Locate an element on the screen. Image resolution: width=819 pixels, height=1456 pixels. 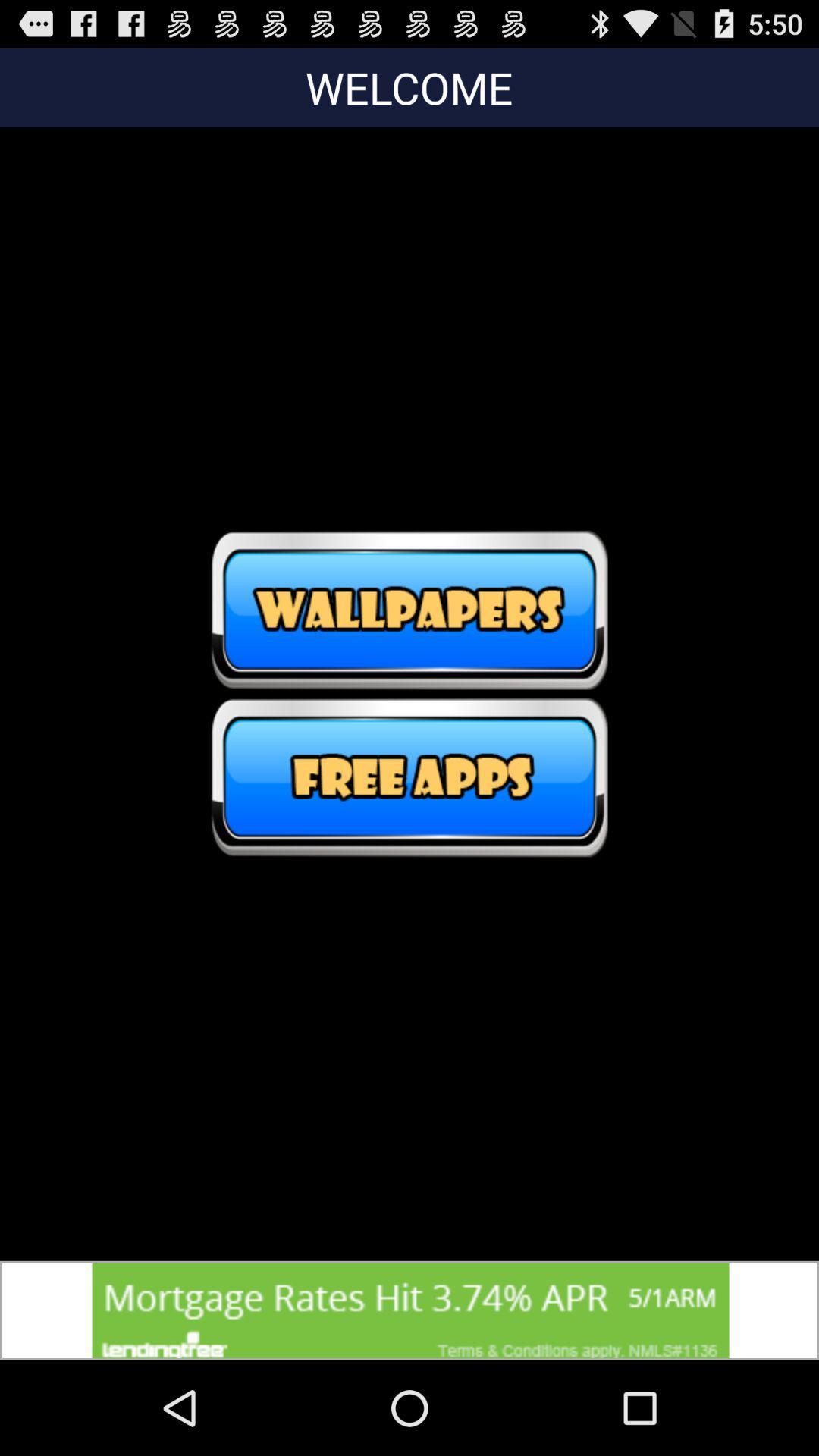
wall paper option is located at coordinates (409, 610).